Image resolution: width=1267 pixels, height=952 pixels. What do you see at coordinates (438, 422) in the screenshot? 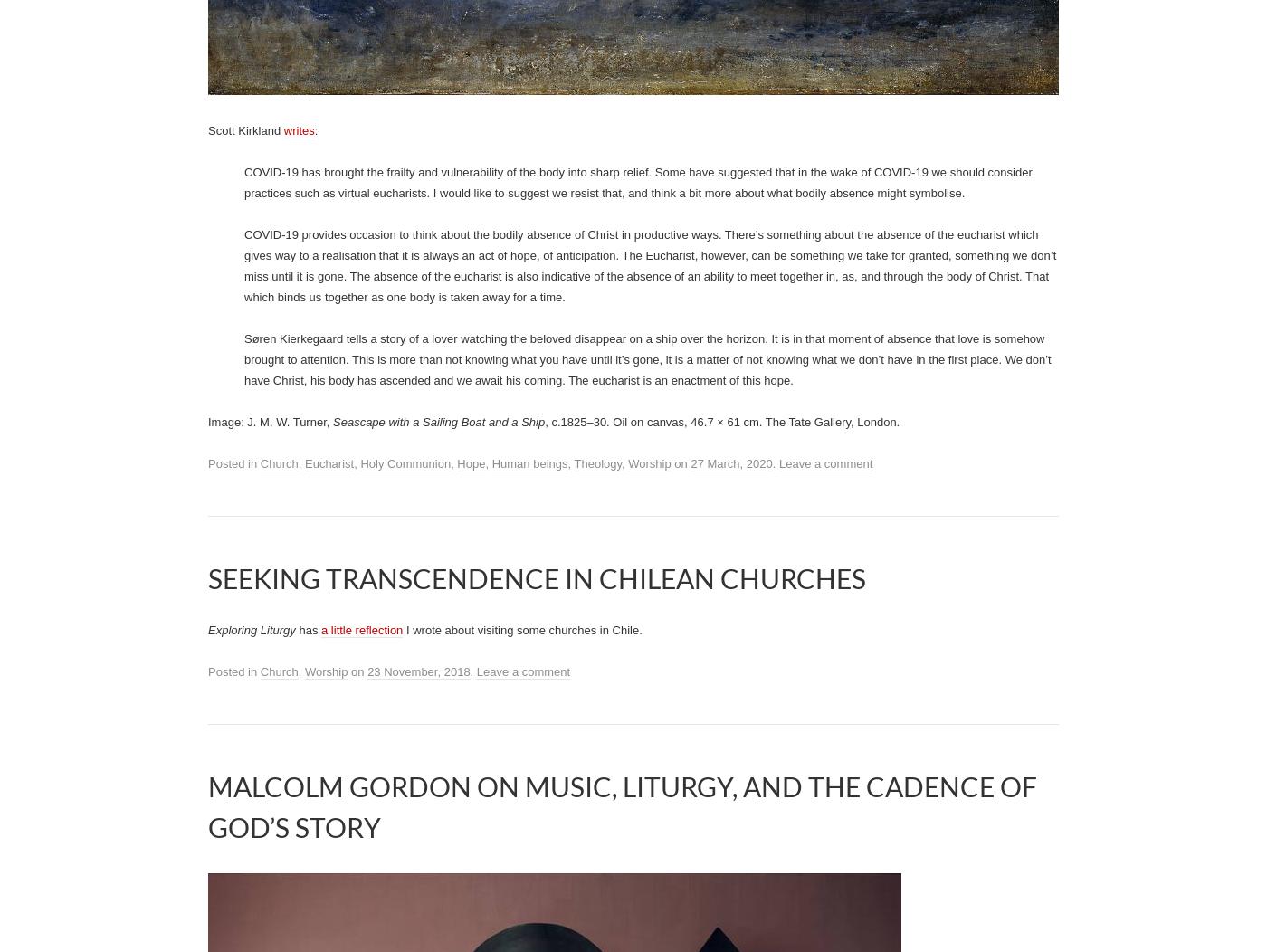
I see `'Seascape with a Sailing Boat and a Ship'` at bounding box center [438, 422].